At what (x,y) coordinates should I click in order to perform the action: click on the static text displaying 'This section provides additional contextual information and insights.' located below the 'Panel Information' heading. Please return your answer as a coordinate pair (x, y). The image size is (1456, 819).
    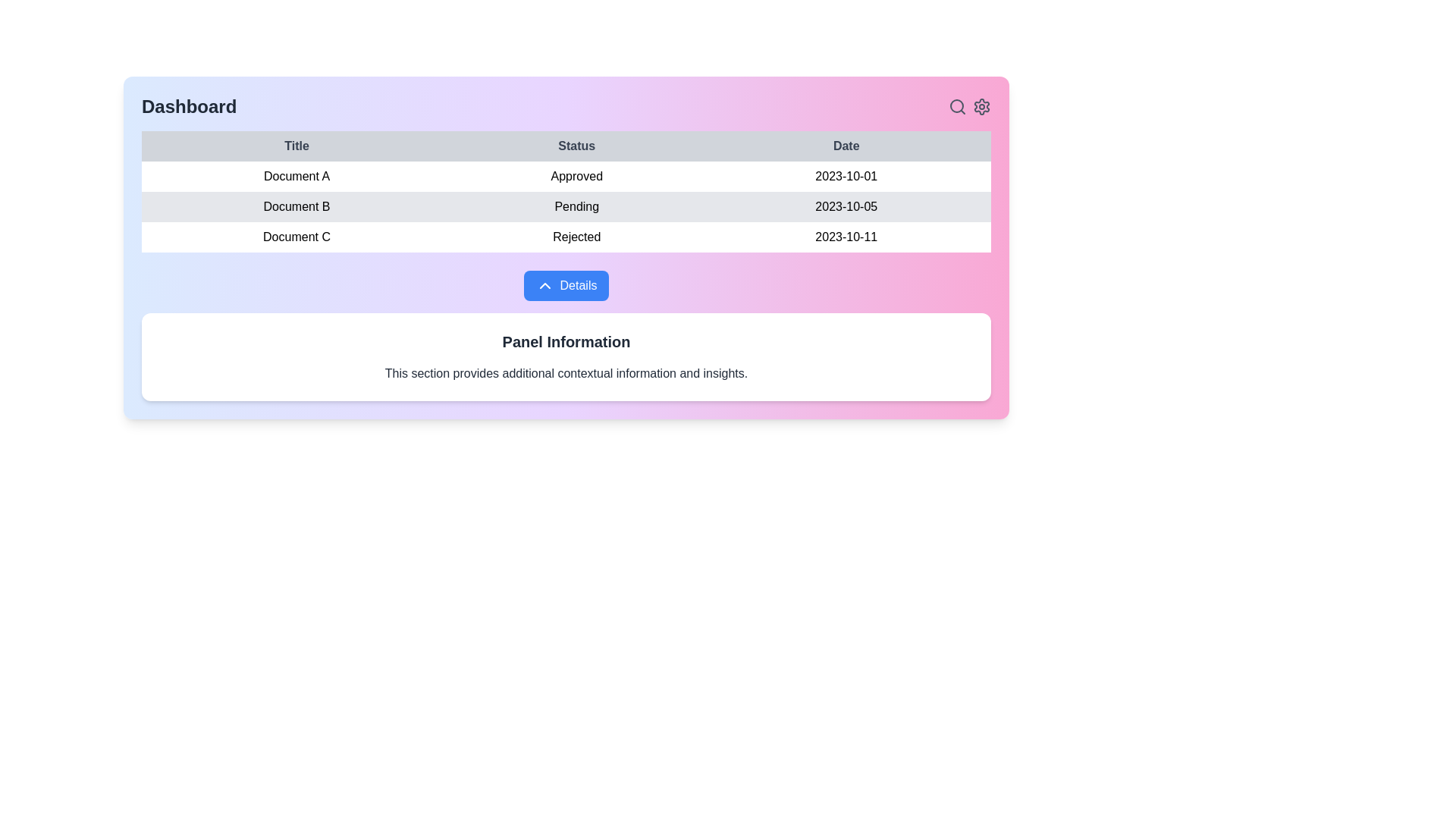
    Looking at the image, I should click on (566, 374).